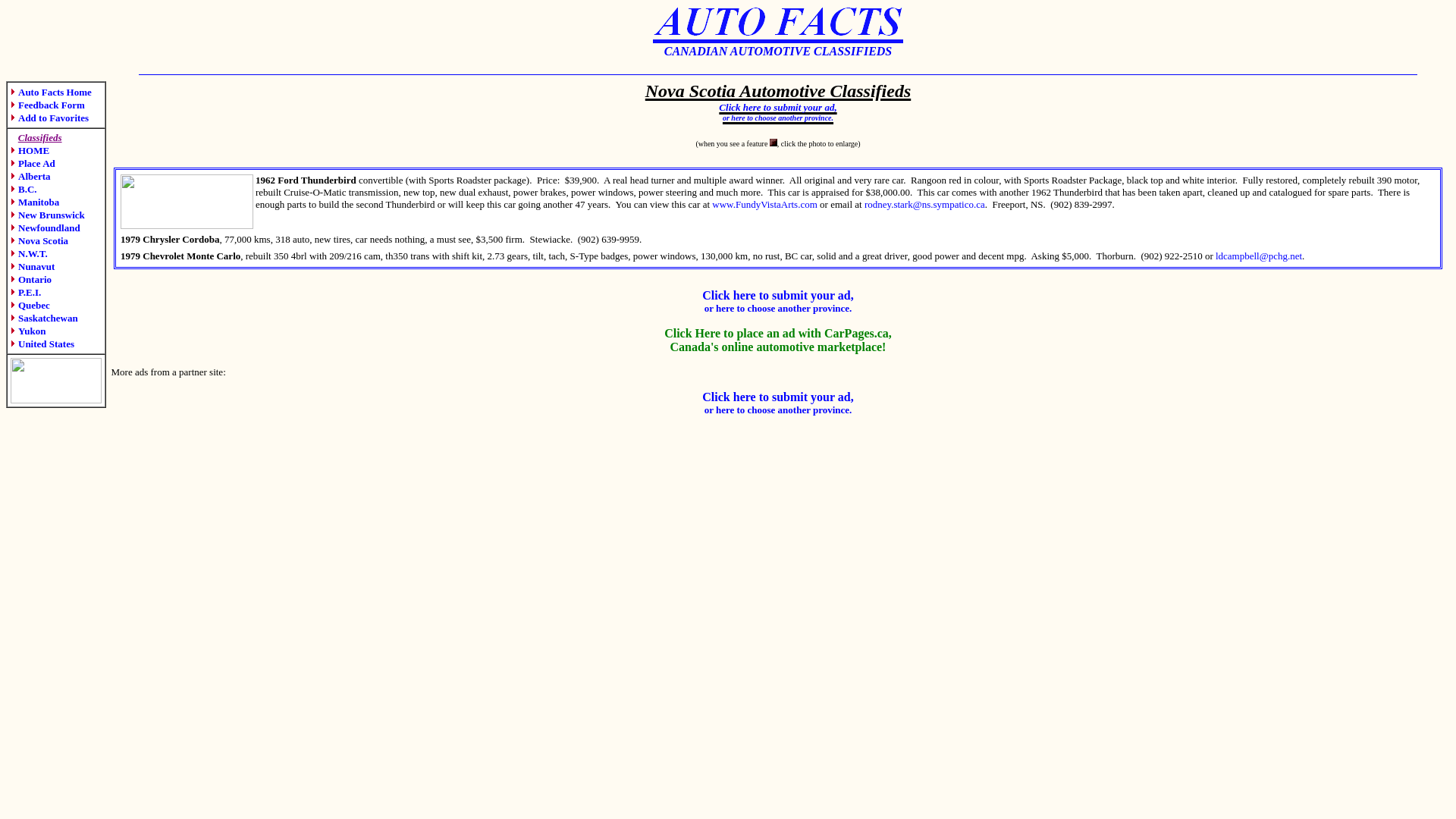 This screenshot has width=1456, height=819. Describe the element at coordinates (11, 253) in the screenshot. I see `'N.W.T.'` at that location.